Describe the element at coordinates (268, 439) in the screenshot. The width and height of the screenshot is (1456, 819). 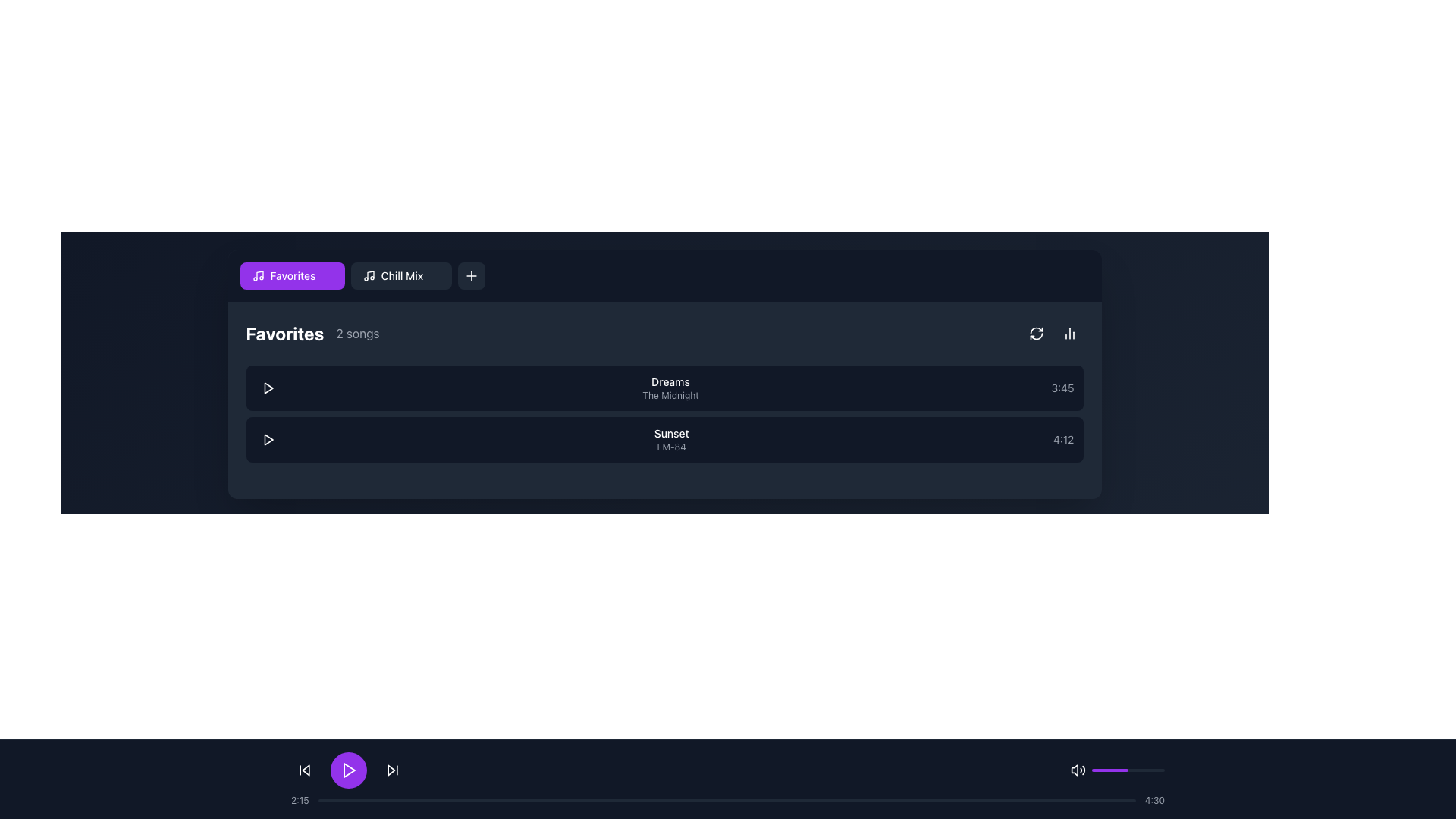
I see `the play icon represented by a minimalist outline triangle located on the left side of the second track row in the 'Favorites' section of the music playlist interface` at that location.